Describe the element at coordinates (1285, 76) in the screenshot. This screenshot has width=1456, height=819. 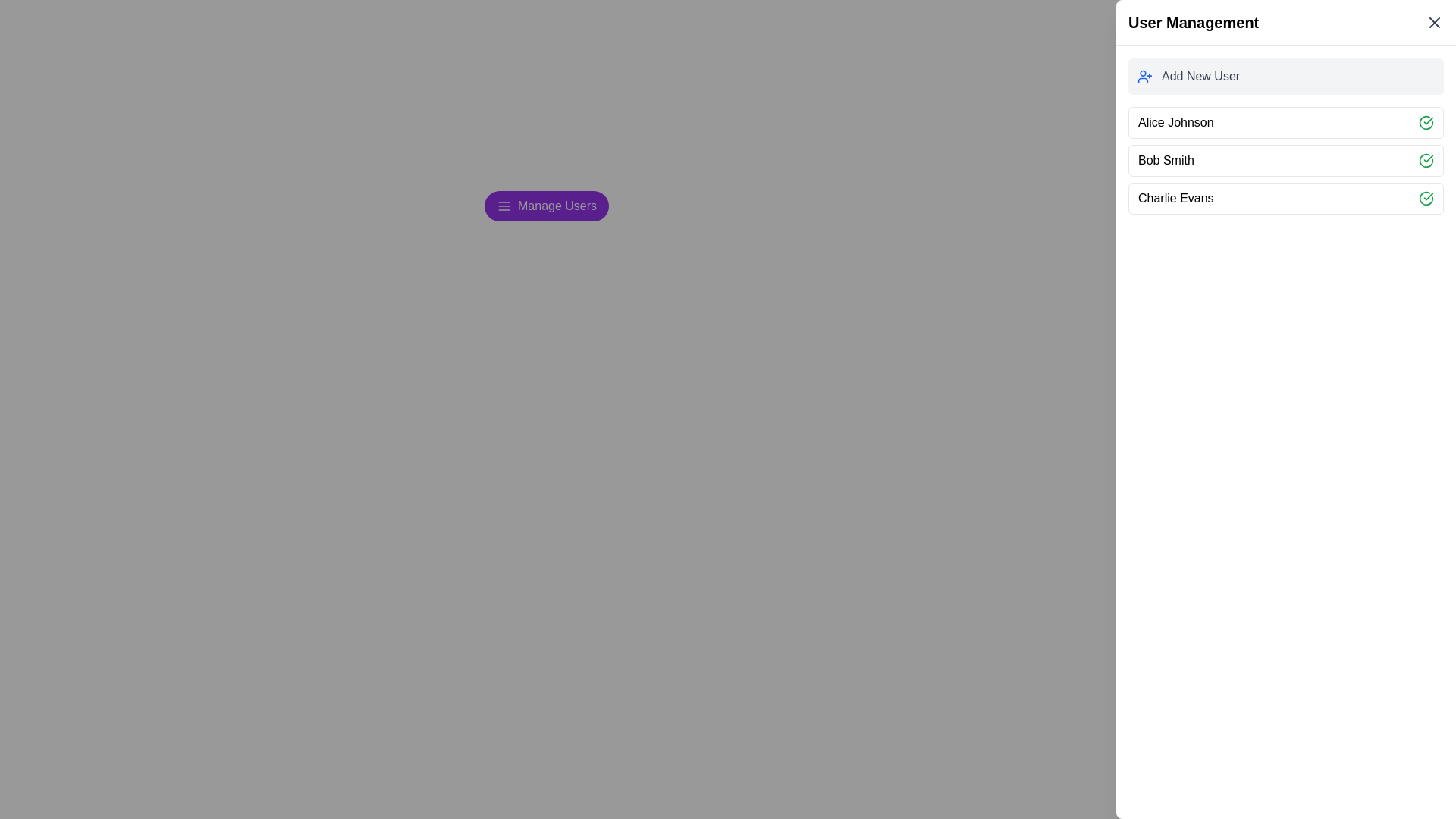
I see `the 'Add New User' button located in the right-aligned 'User Management' sidebar` at that location.